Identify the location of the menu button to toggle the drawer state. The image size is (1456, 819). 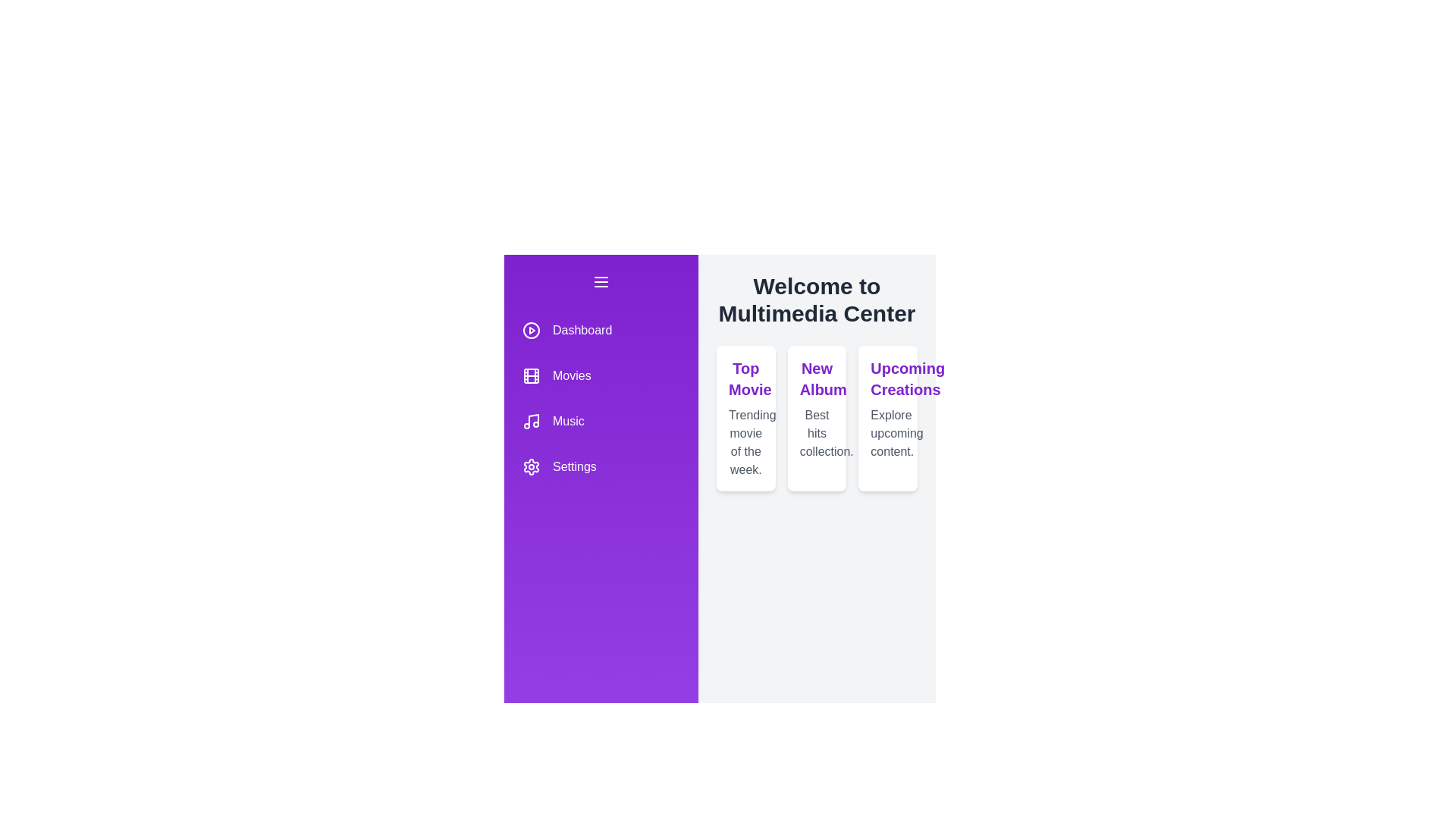
(600, 281).